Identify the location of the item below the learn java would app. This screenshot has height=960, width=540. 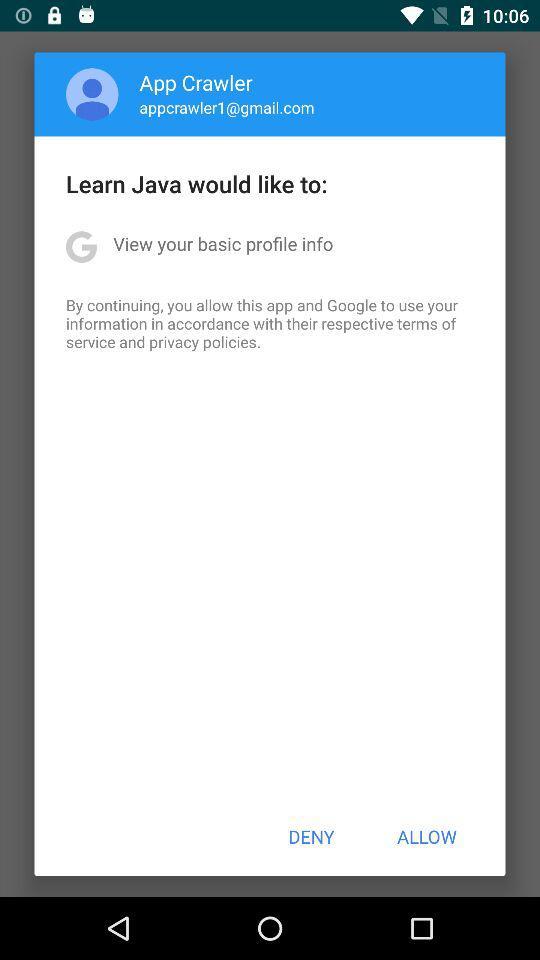
(222, 242).